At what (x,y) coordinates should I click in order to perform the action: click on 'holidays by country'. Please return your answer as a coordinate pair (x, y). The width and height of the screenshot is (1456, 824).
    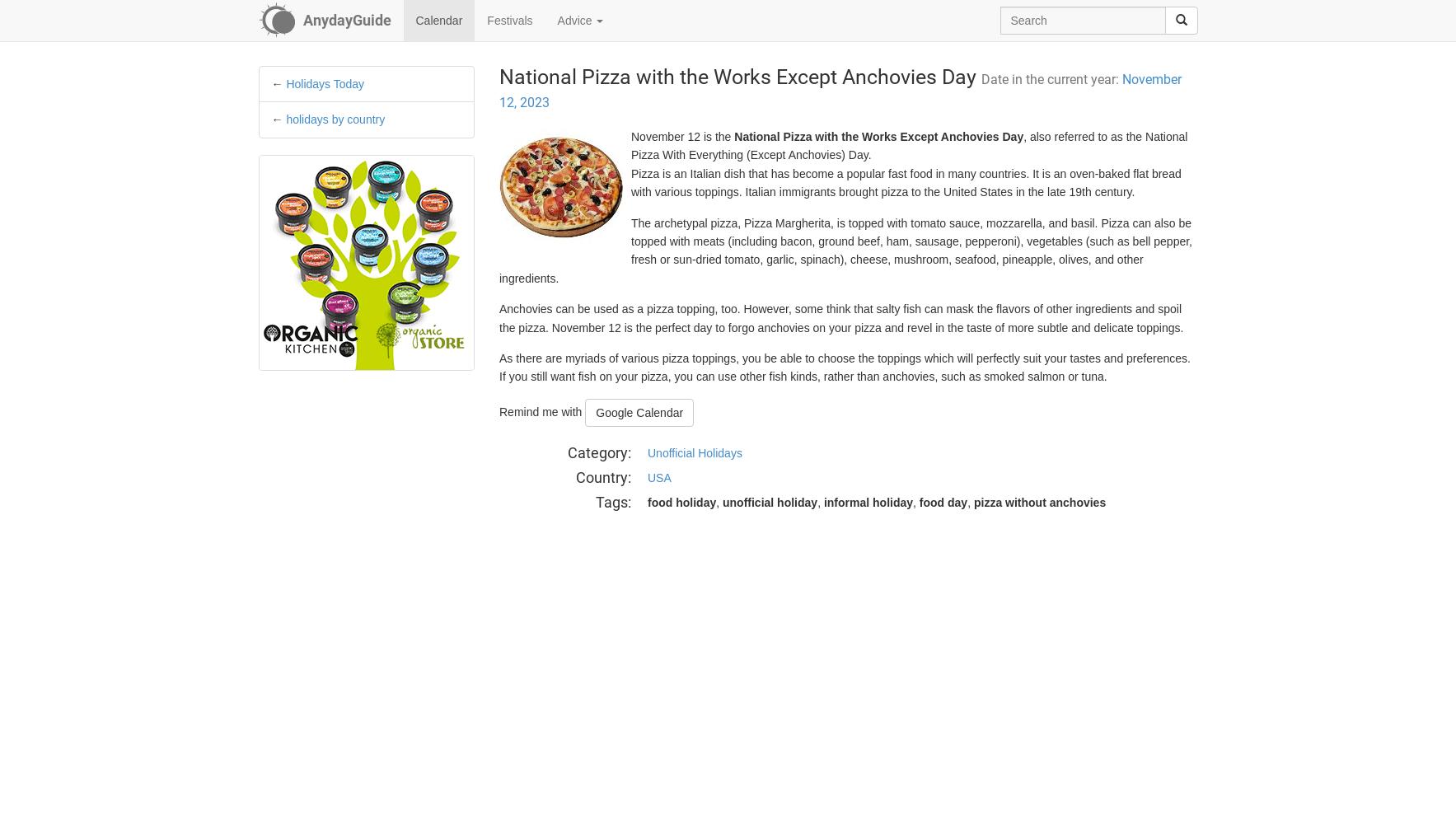
    Looking at the image, I should click on (286, 119).